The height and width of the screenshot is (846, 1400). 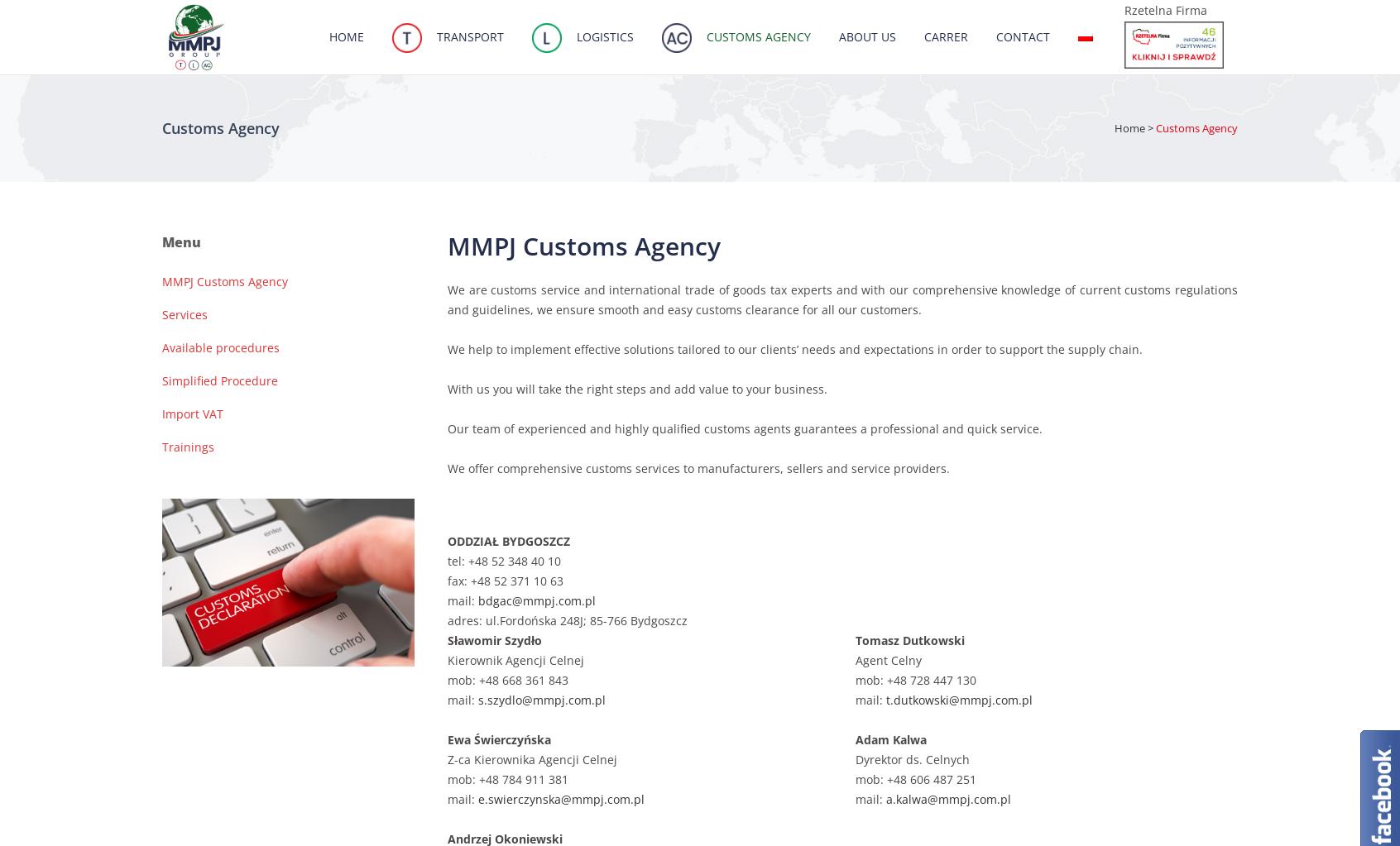 What do you see at coordinates (541, 699) in the screenshot?
I see `'s.szydlo@mmpj.com.pl'` at bounding box center [541, 699].